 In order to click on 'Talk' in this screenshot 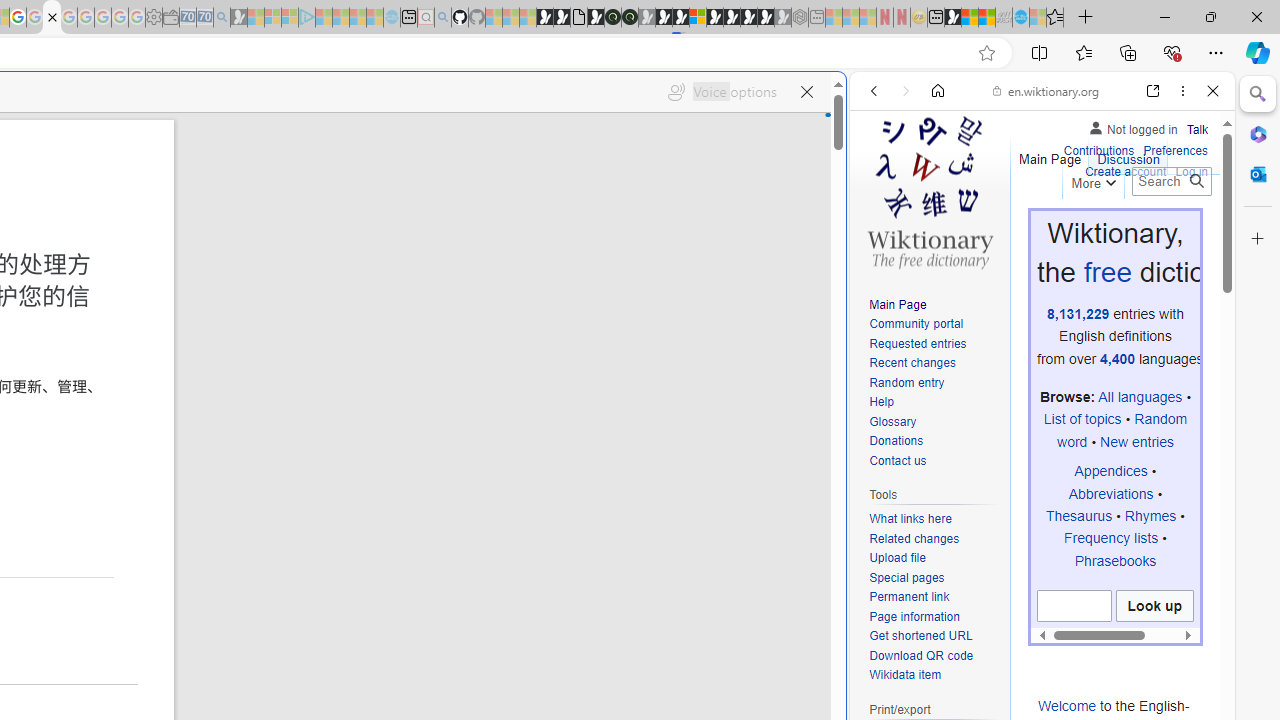, I will do `click(1197, 129)`.